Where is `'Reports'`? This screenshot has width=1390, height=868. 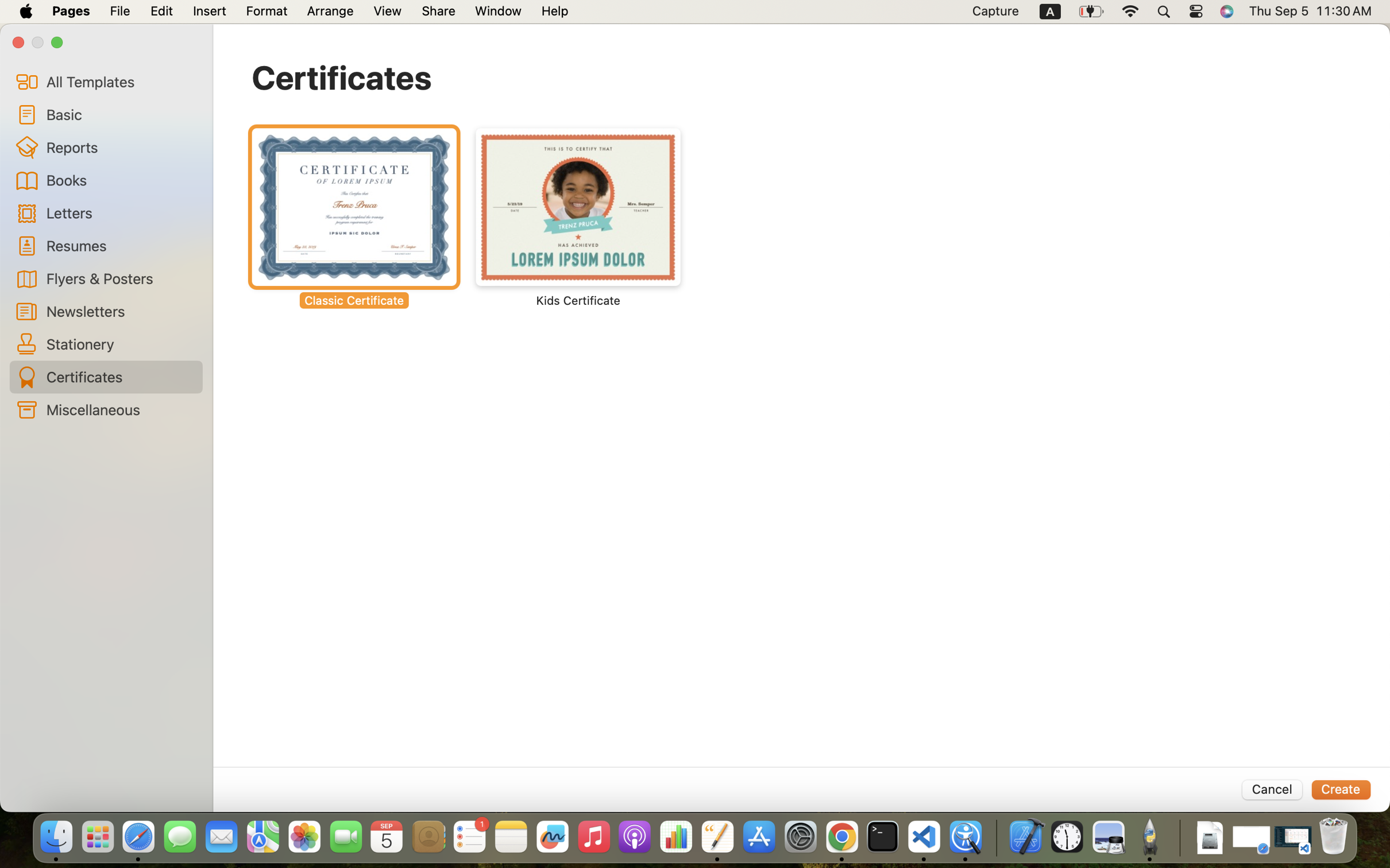 'Reports' is located at coordinates (119, 146).